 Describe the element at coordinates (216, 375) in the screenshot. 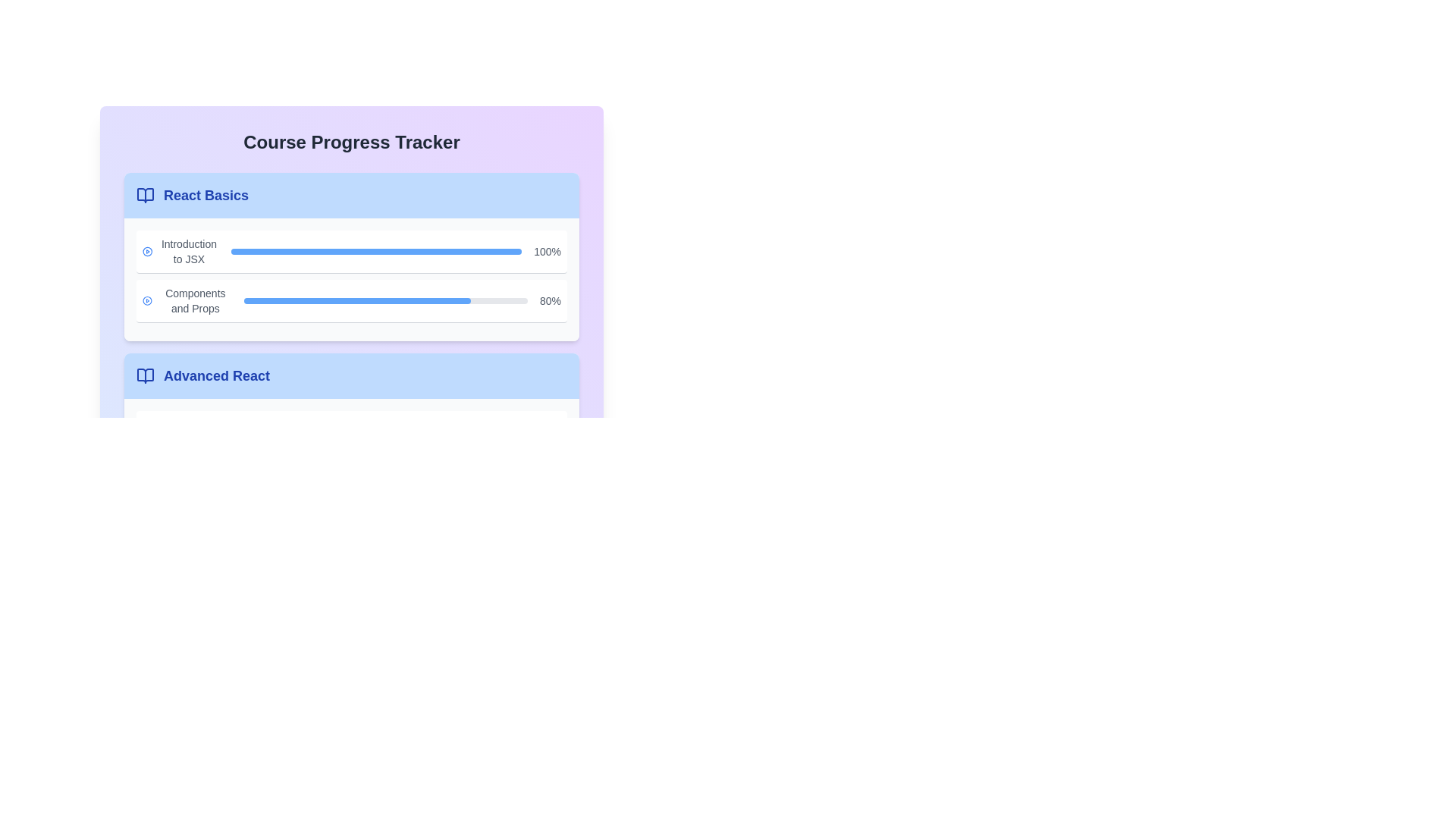

I see `the text label indicating the title of the 'Advanced React' module in the course progress tracker, which is positioned to the right of a book icon and below the 'React Basics' section` at that location.